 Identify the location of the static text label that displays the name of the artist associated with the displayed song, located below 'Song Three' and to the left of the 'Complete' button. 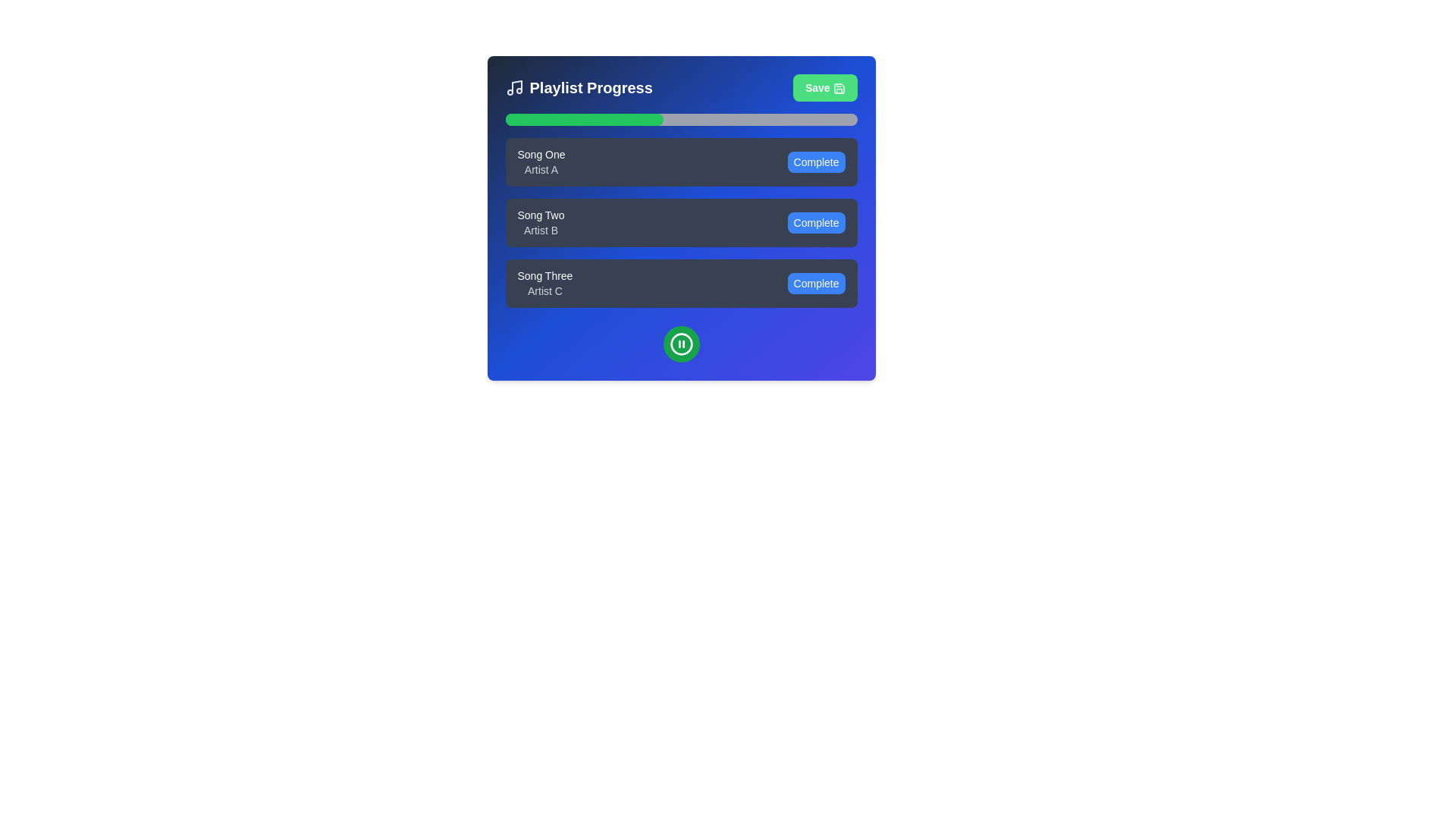
(545, 291).